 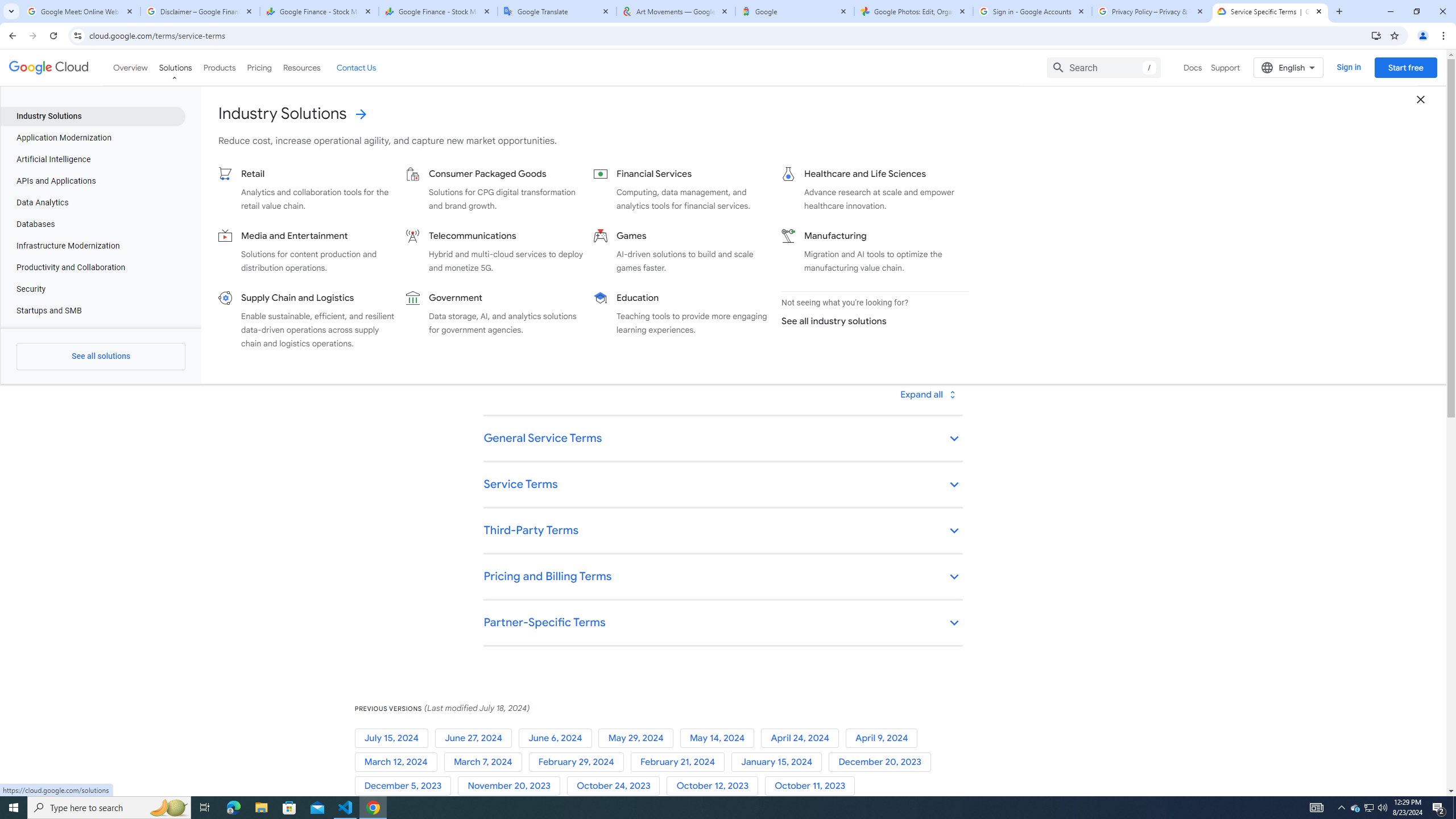 What do you see at coordinates (558, 738) in the screenshot?
I see `'June 6, 2024'` at bounding box center [558, 738].